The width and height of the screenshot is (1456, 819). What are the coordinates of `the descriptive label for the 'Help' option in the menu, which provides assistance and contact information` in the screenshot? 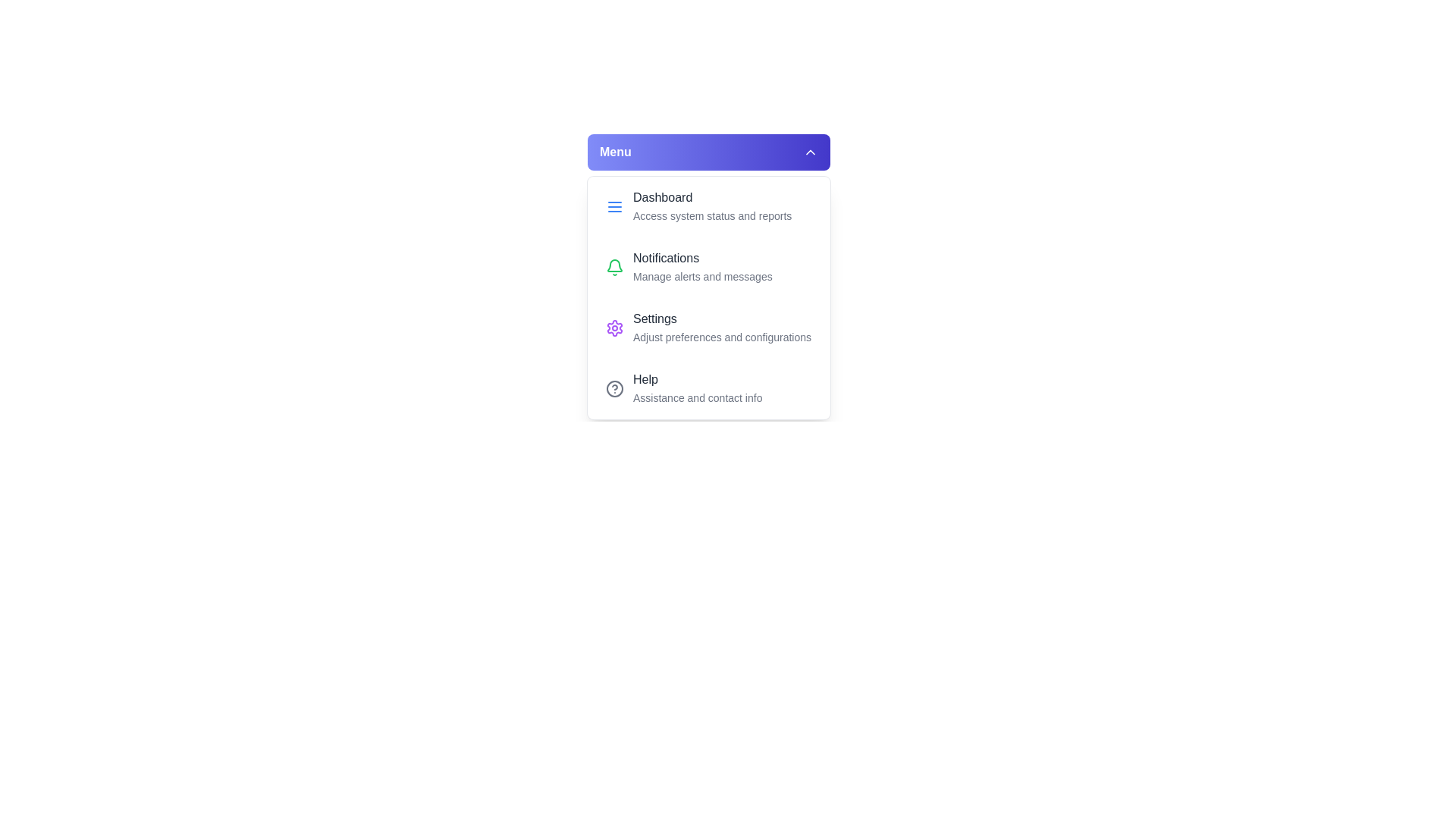 It's located at (697, 397).